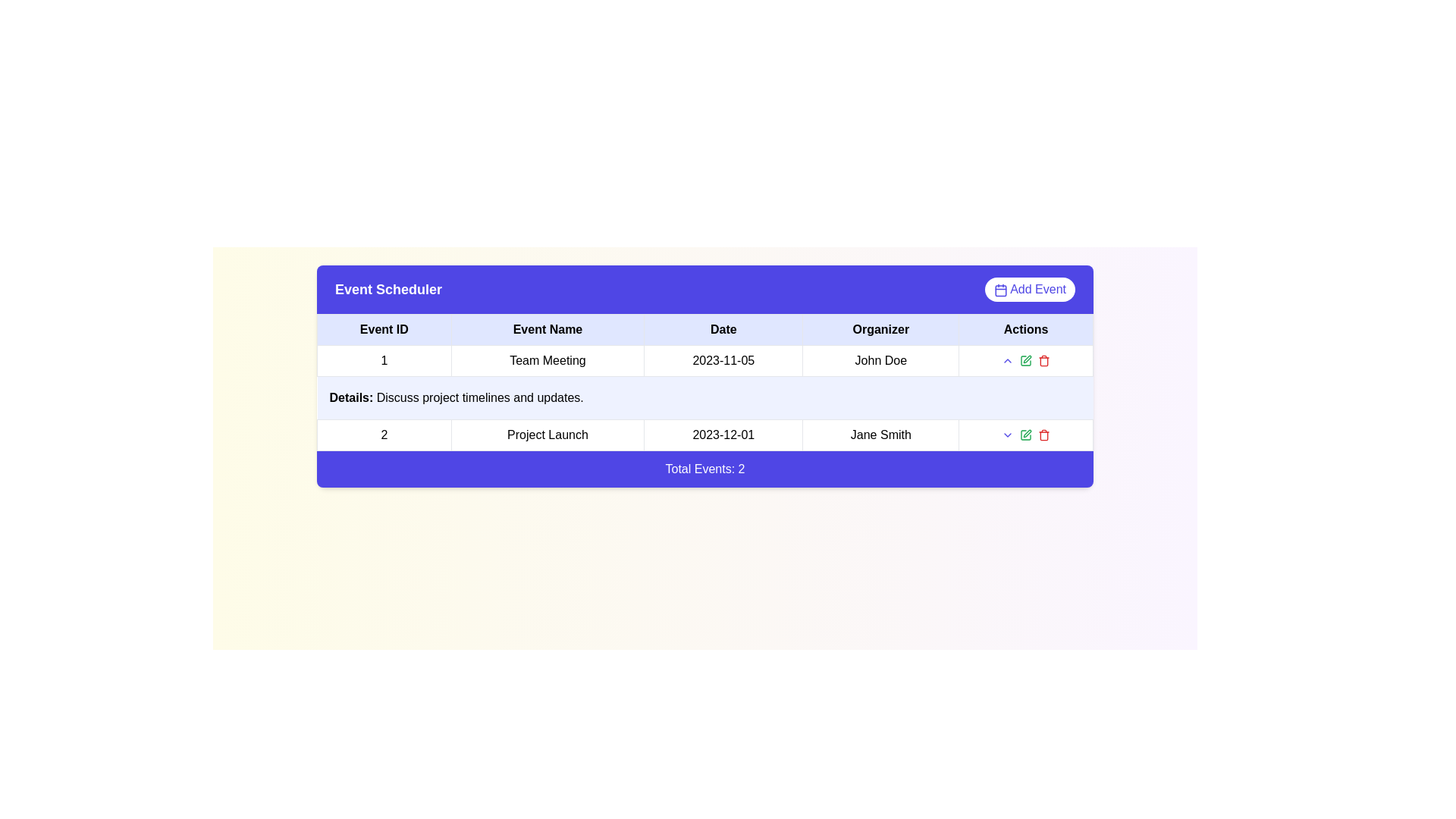 The image size is (1456, 819). I want to click on the red trash bin icon in the 'Actions' column of the 'Event Scheduler' interface, so click(1043, 435).